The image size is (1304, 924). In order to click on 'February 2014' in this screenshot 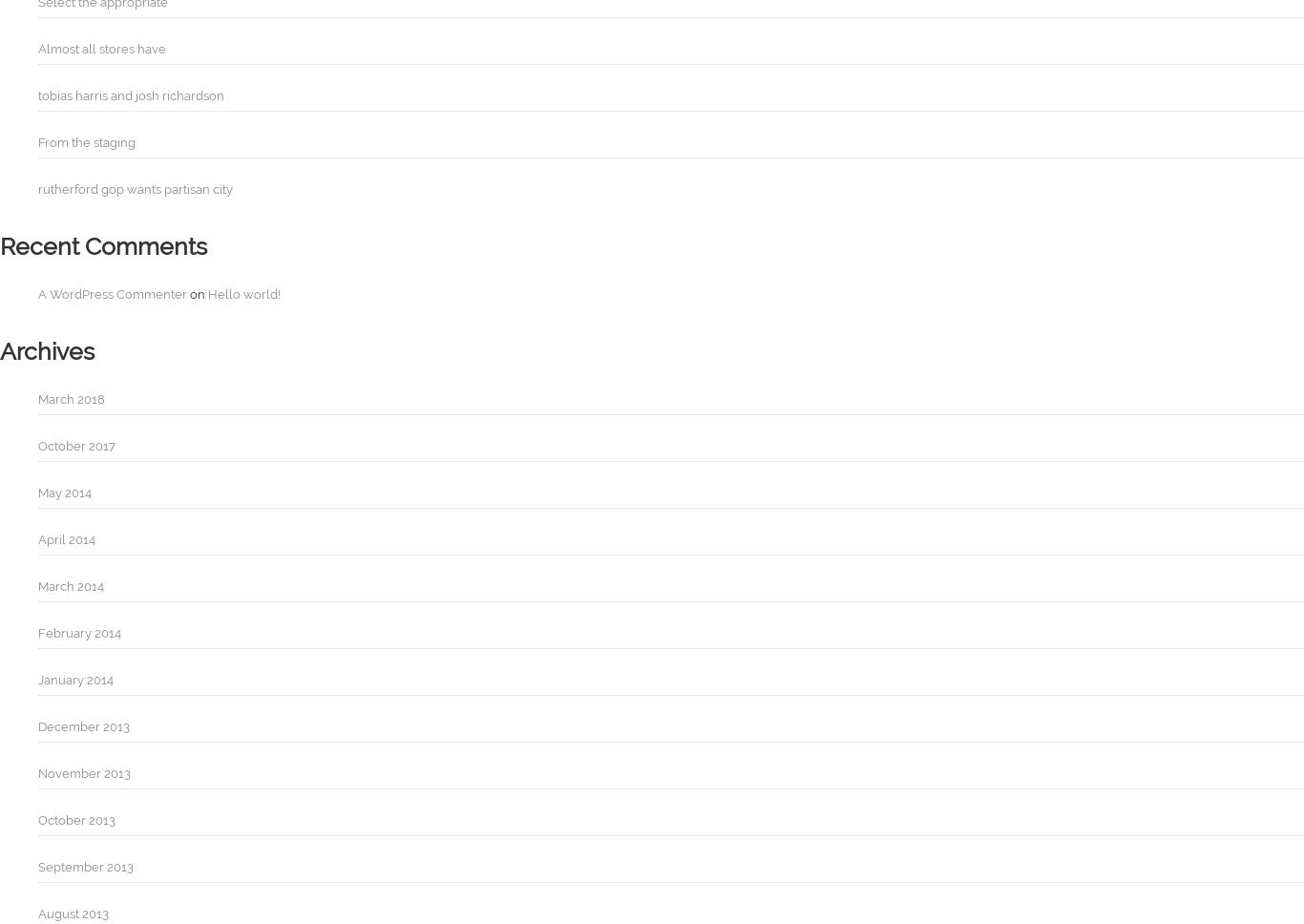, I will do `click(79, 633)`.